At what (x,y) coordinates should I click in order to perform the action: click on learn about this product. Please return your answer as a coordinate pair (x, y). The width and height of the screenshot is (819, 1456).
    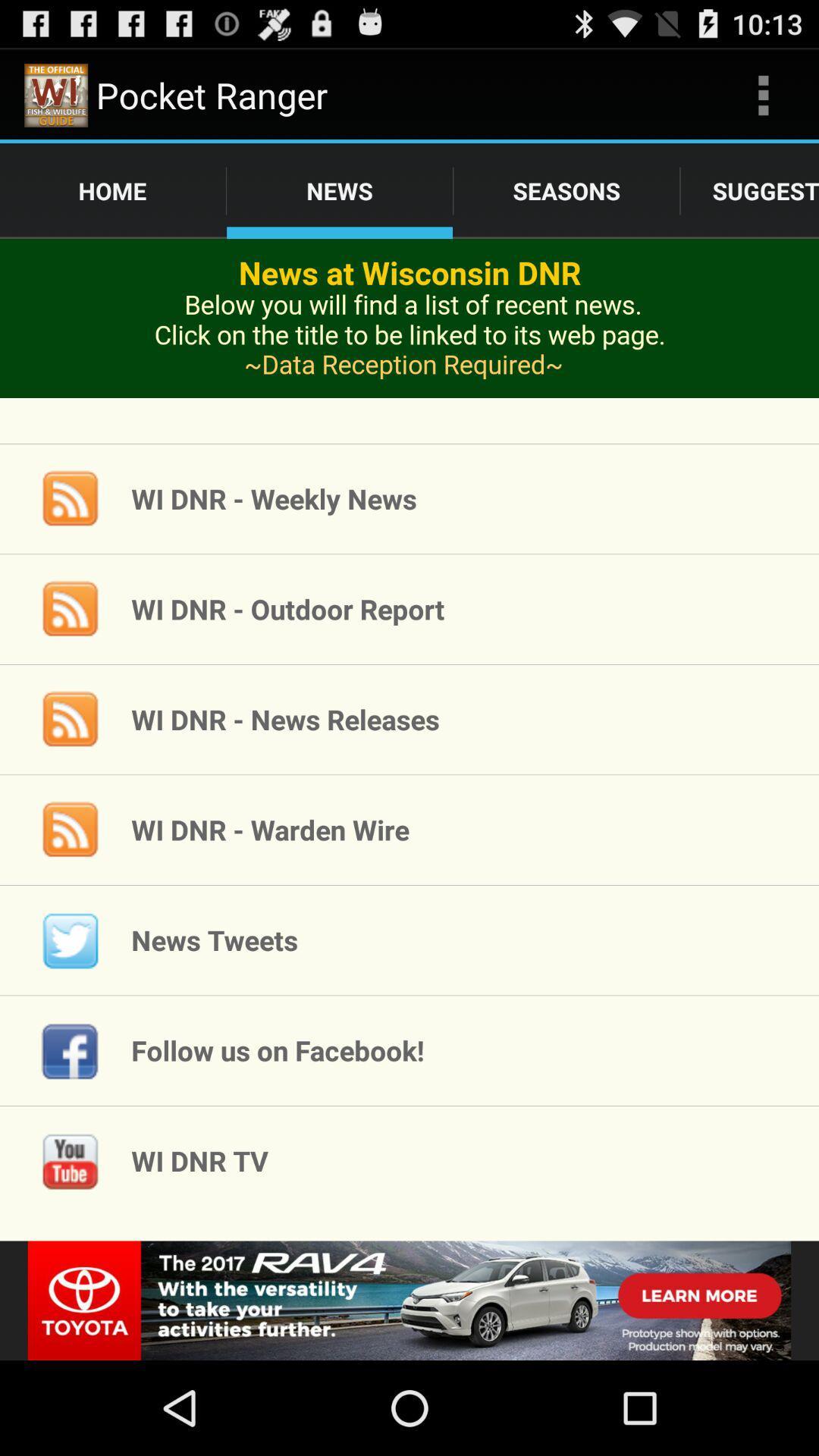
    Looking at the image, I should click on (409, 340).